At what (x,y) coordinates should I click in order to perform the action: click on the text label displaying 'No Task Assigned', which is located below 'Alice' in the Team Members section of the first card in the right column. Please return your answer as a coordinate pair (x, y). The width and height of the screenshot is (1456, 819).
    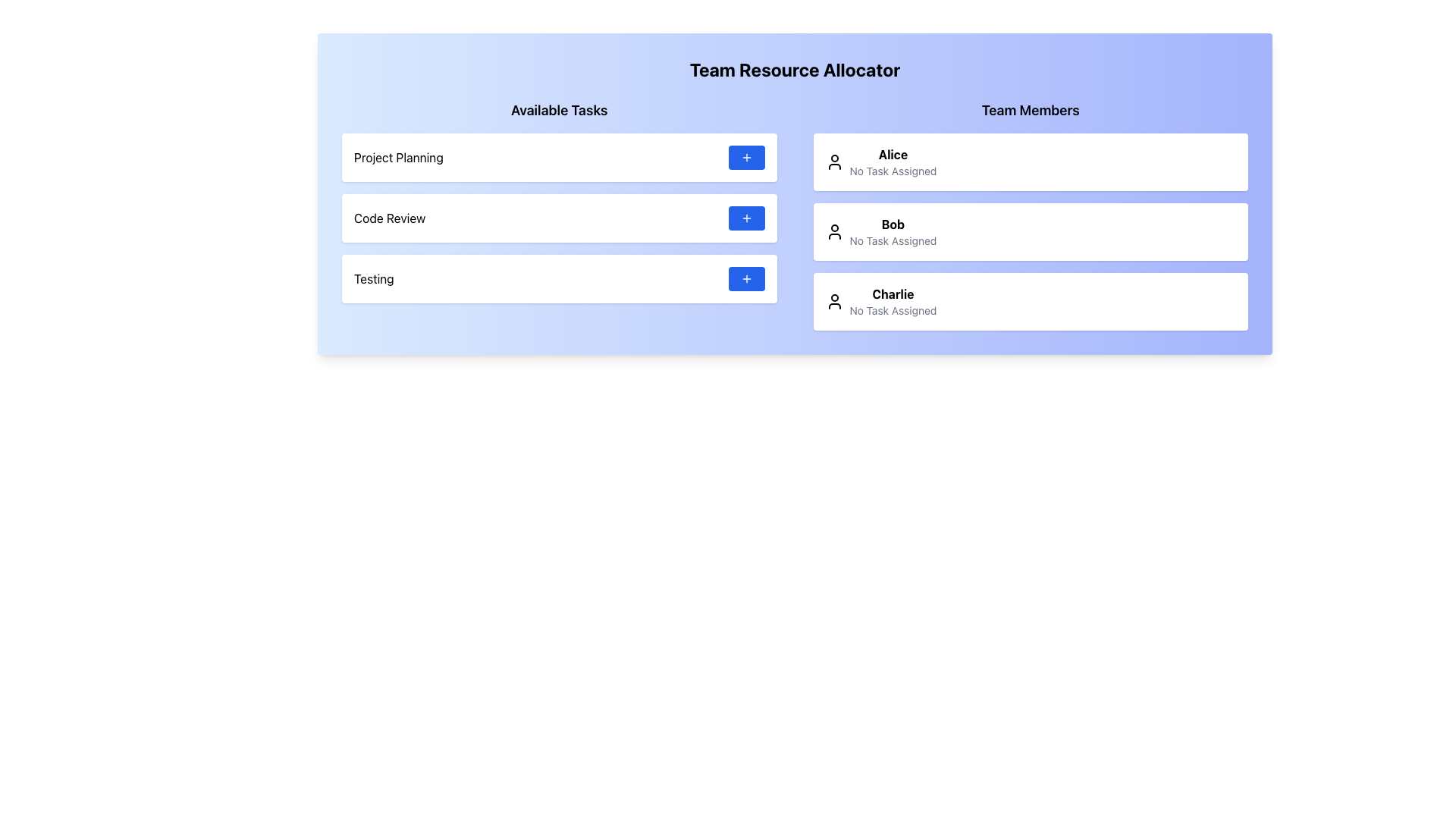
    Looking at the image, I should click on (893, 171).